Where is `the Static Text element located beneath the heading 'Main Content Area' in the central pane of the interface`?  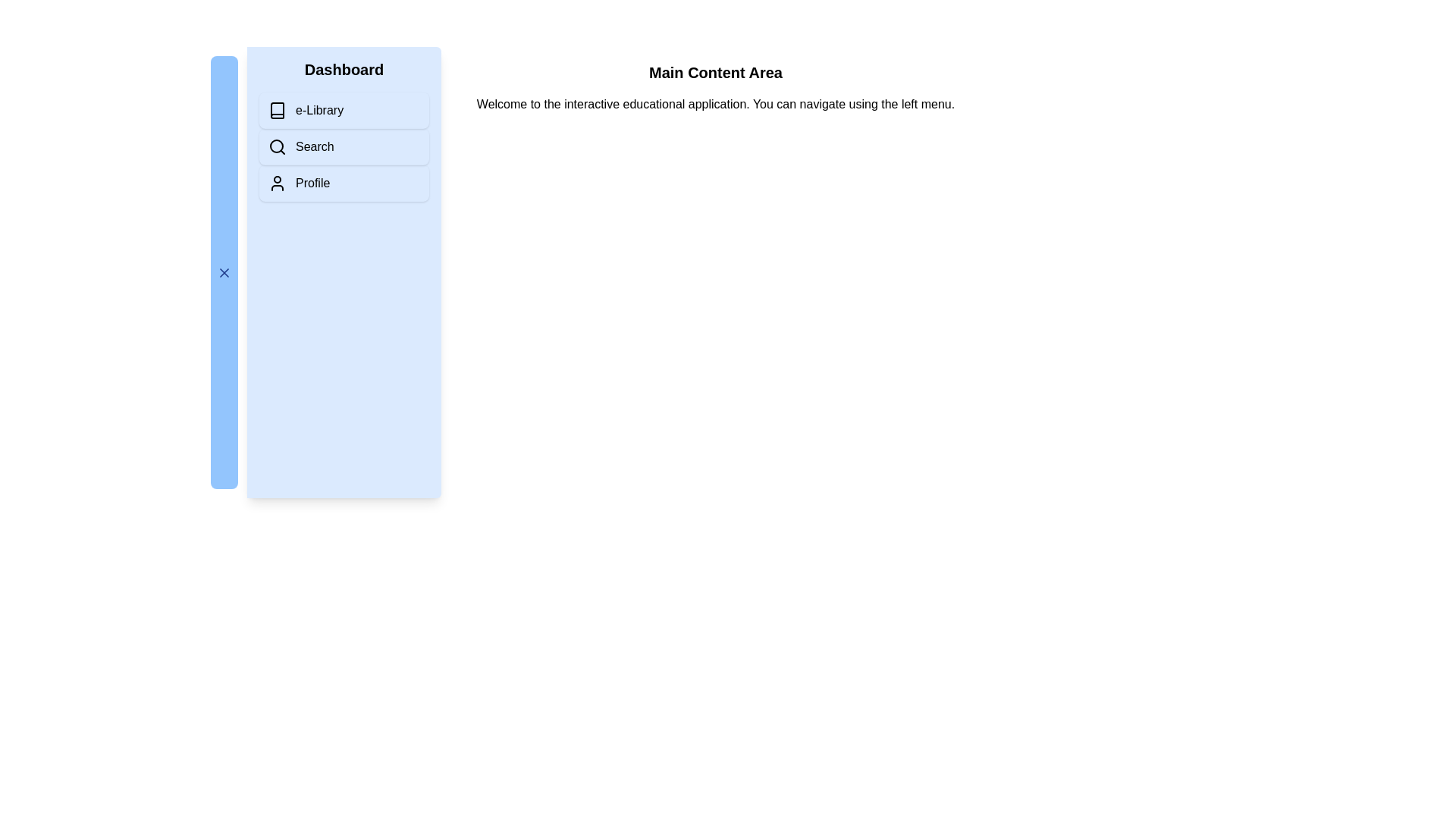 the Static Text element located beneath the heading 'Main Content Area' in the central pane of the interface is located at coordinates (715, 104).